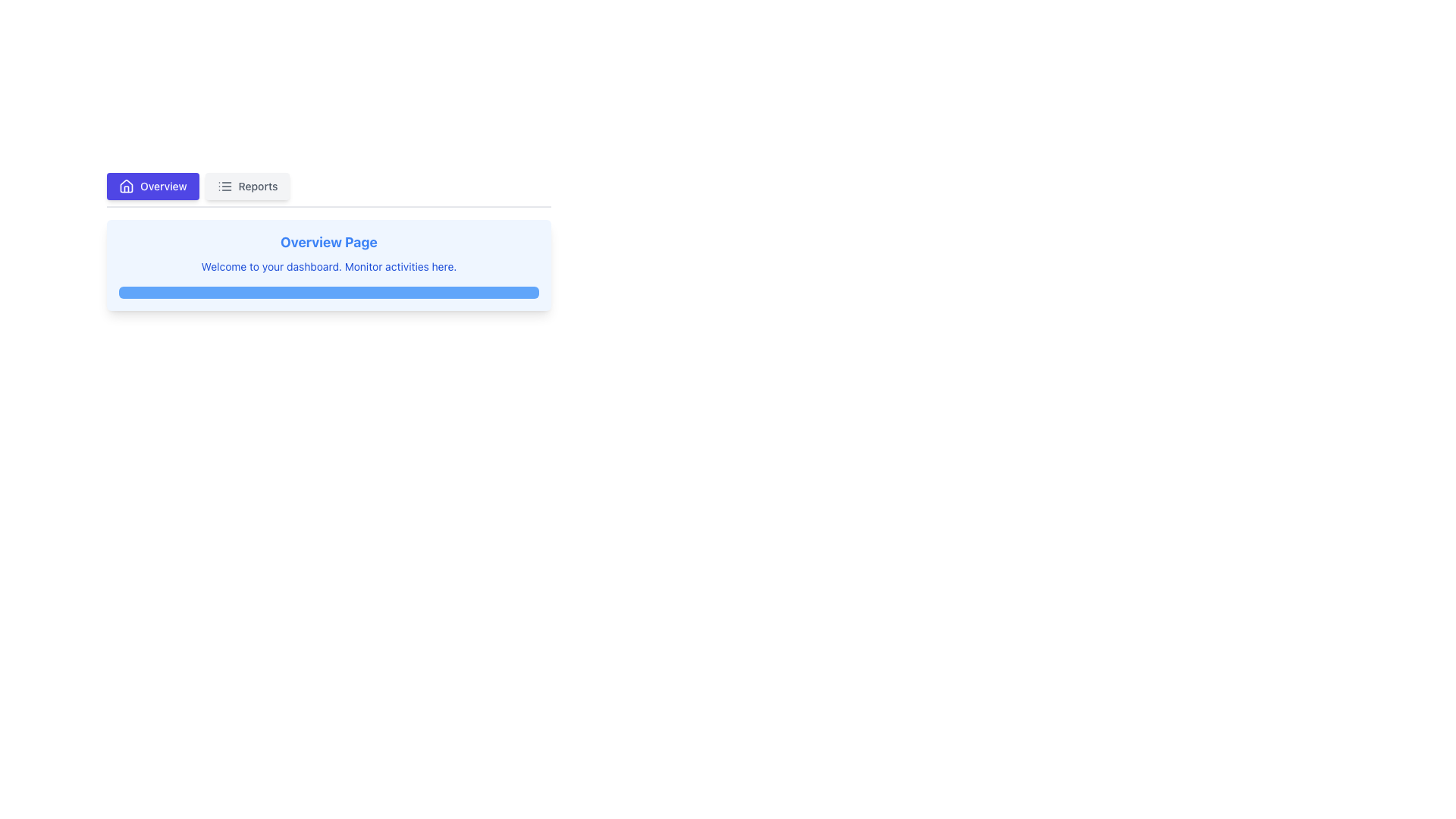 This screenshot has width=1456, height=819. Describe the element at coordinates (163, 186) in the screenshot. I see `the text label 'Overview', which is styled in white sans-serif font and positioned against a purple background, located in the navigation bar next to a house icon` at that location.